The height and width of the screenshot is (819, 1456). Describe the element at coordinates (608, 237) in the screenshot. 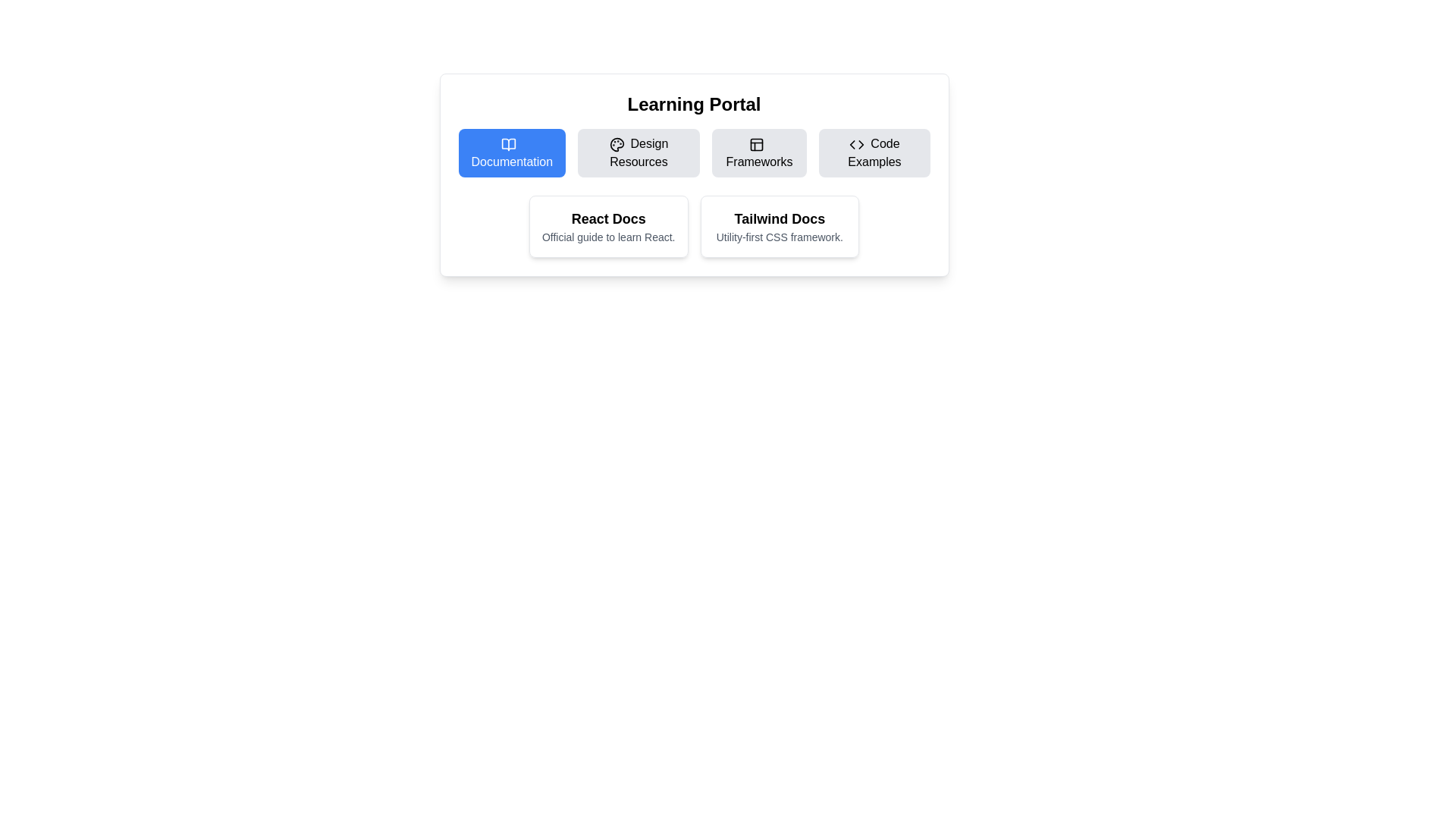

I see `the static text label that provides supplementary descriptive text under the 'React Docs' title` at that location.